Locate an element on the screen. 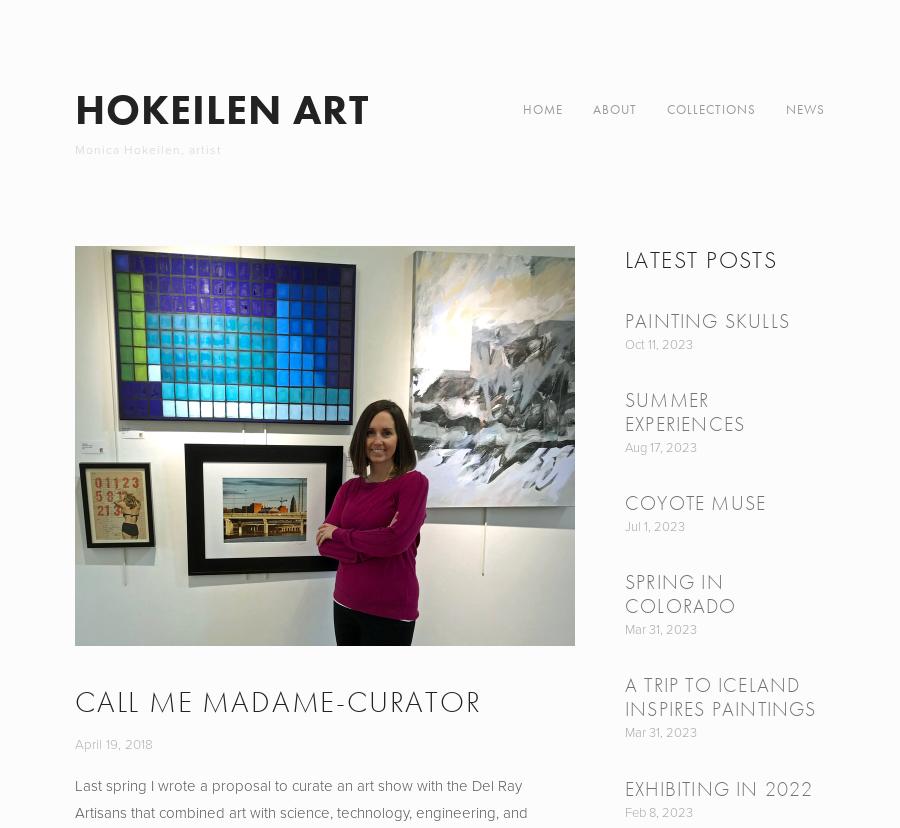 This screenshot has height=828, width=900. 'Summer Experiences' is located at coordinates (683, 410).